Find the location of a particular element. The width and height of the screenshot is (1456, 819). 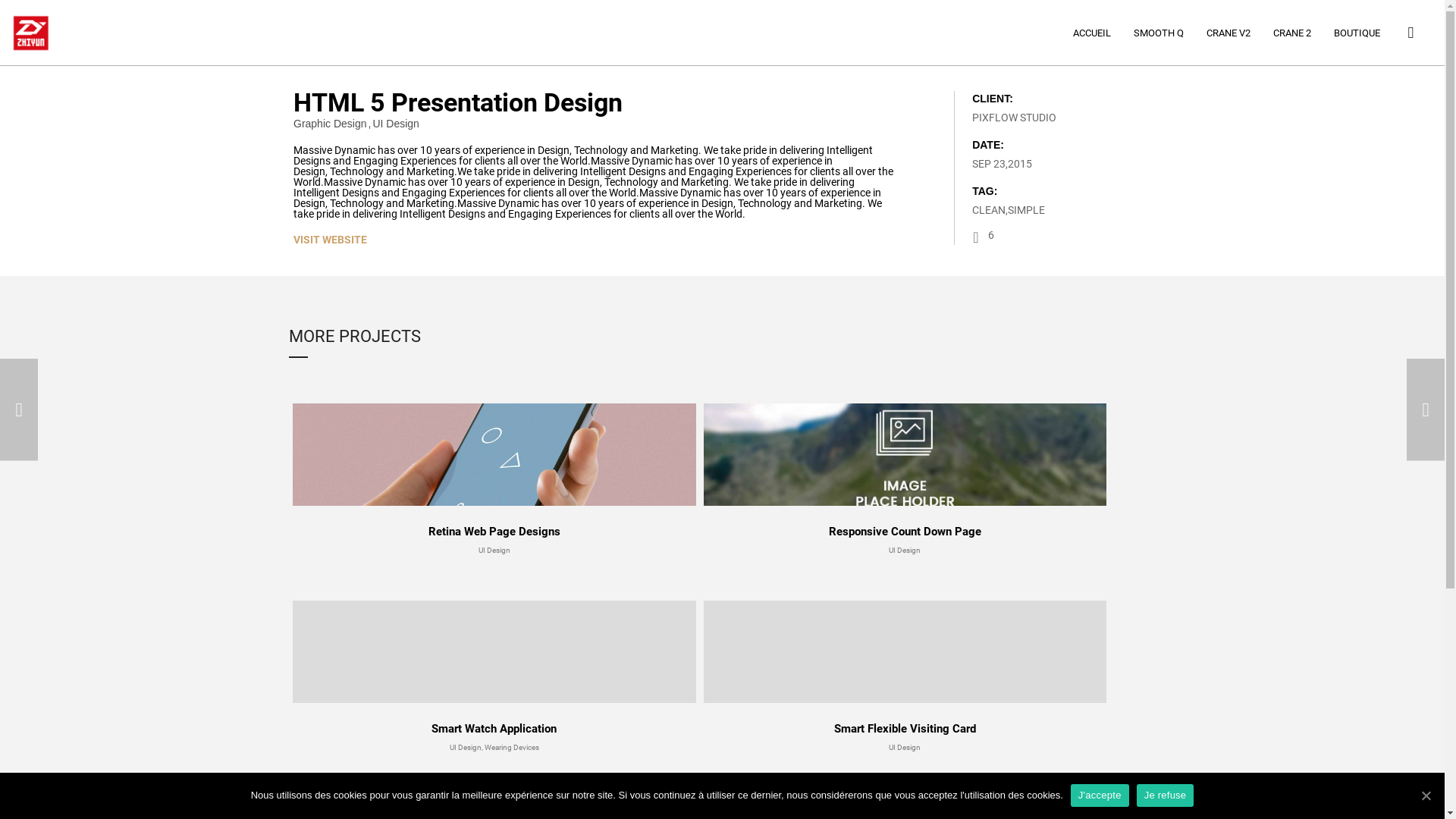

'CRANE 2' is located at coordinates (1291, 33).